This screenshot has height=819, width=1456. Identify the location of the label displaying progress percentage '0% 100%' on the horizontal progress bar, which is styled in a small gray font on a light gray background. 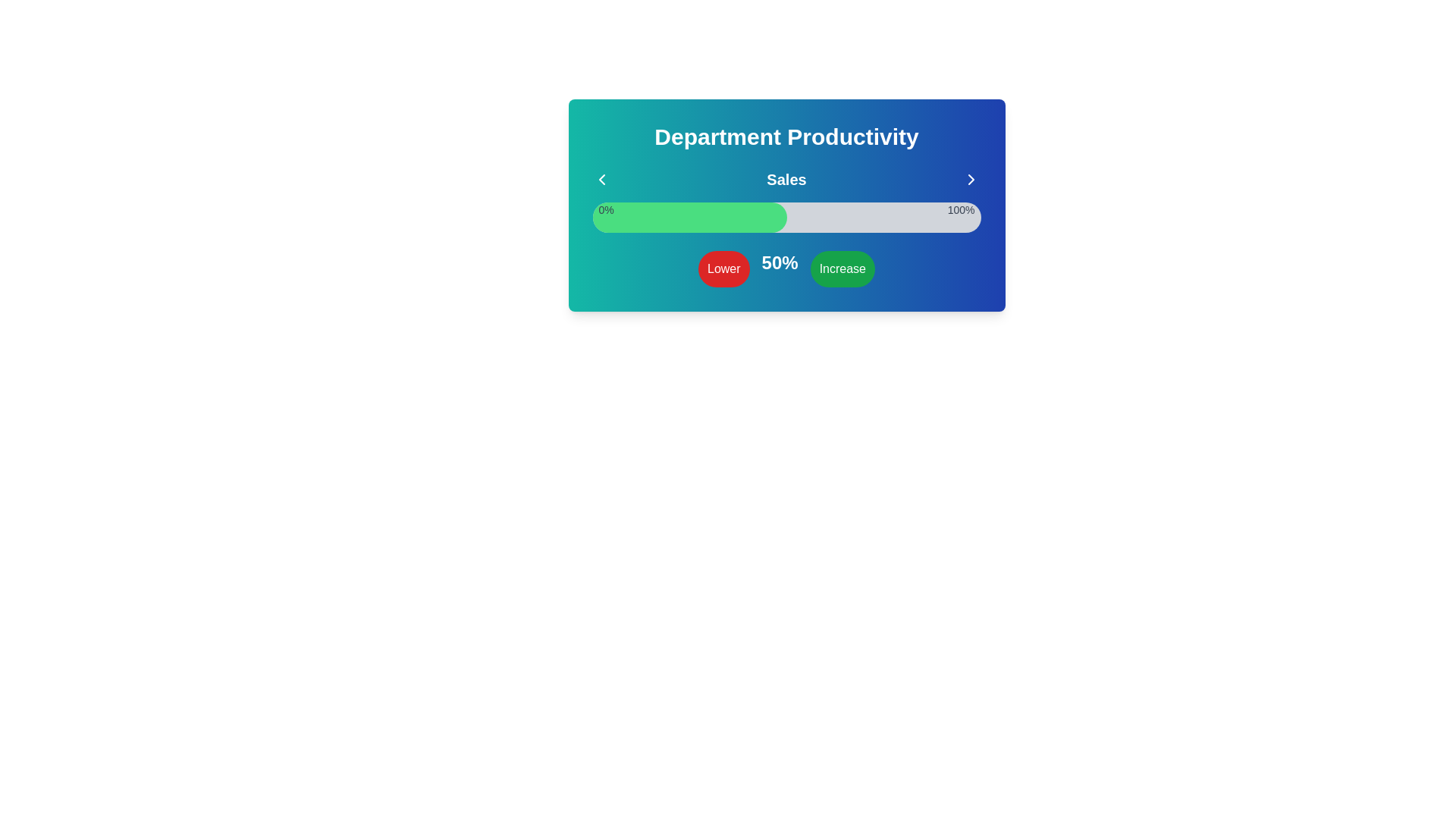
(786, 210).